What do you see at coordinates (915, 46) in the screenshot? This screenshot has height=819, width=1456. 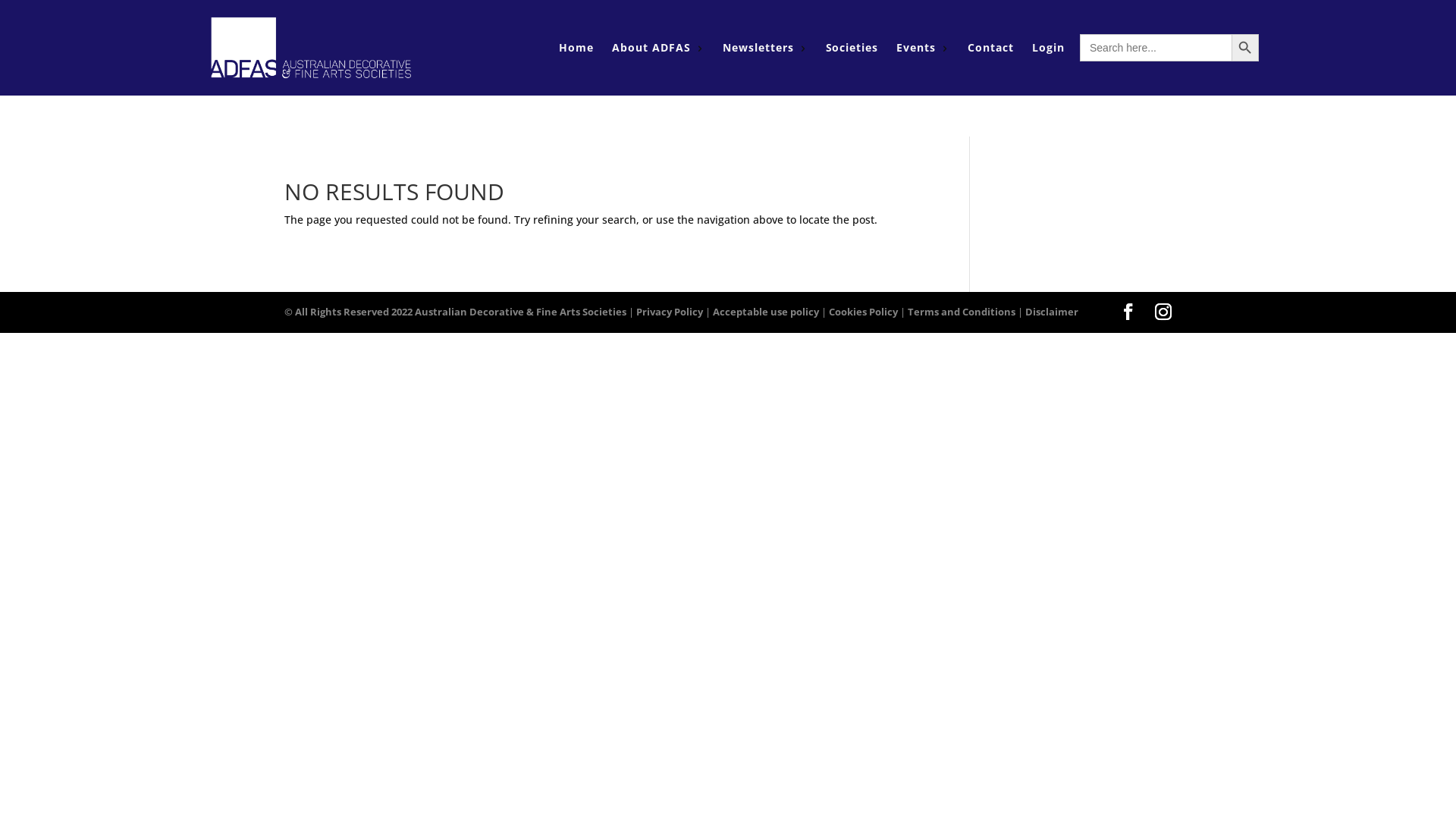 I see `'Events'` at bounding box center [915, 46].